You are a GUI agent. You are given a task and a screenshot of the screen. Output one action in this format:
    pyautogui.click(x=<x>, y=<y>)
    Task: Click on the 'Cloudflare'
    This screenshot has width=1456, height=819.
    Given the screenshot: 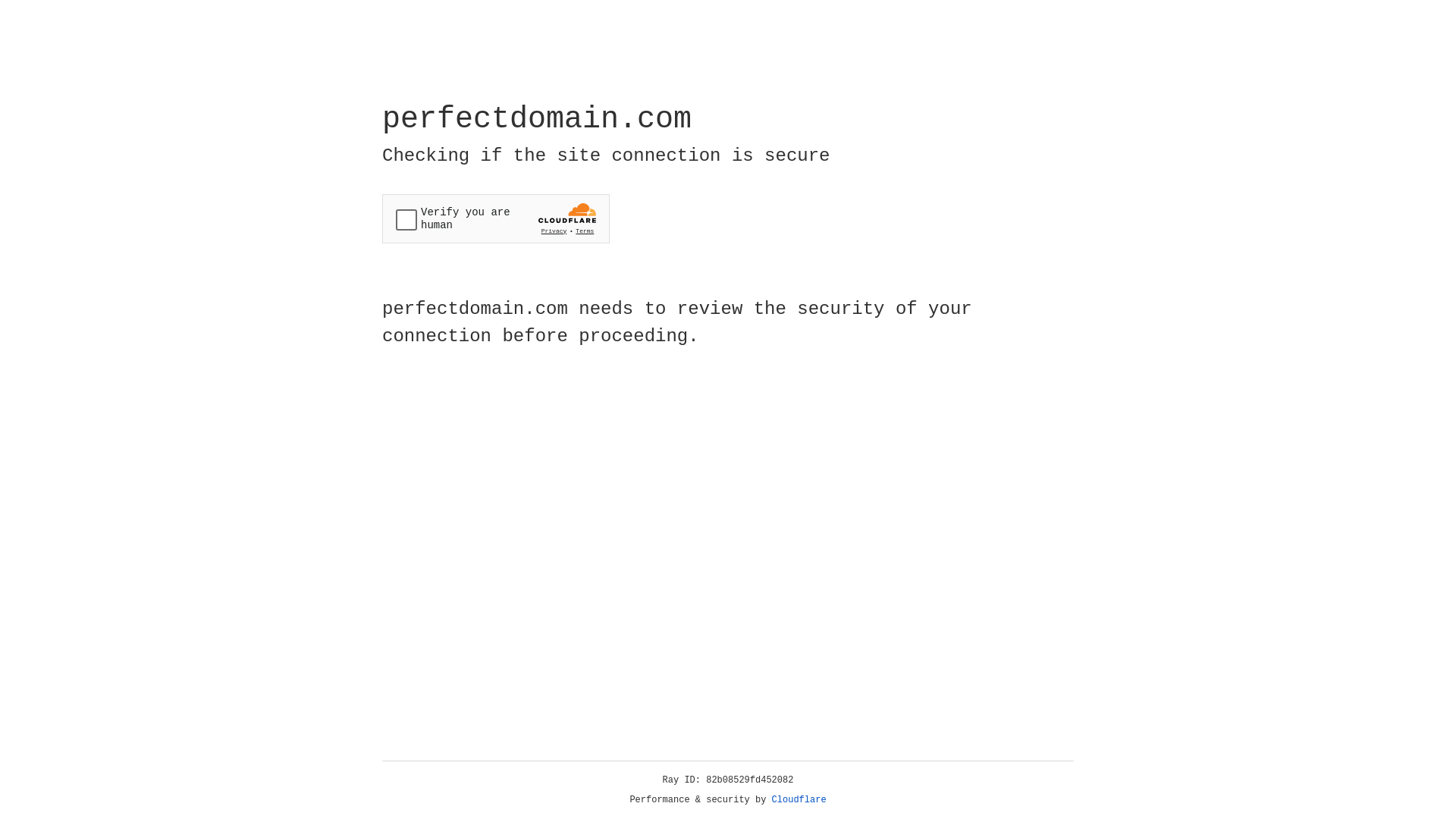 What is the action you would take?
    pyautogui.click(x=799, y=799)
    